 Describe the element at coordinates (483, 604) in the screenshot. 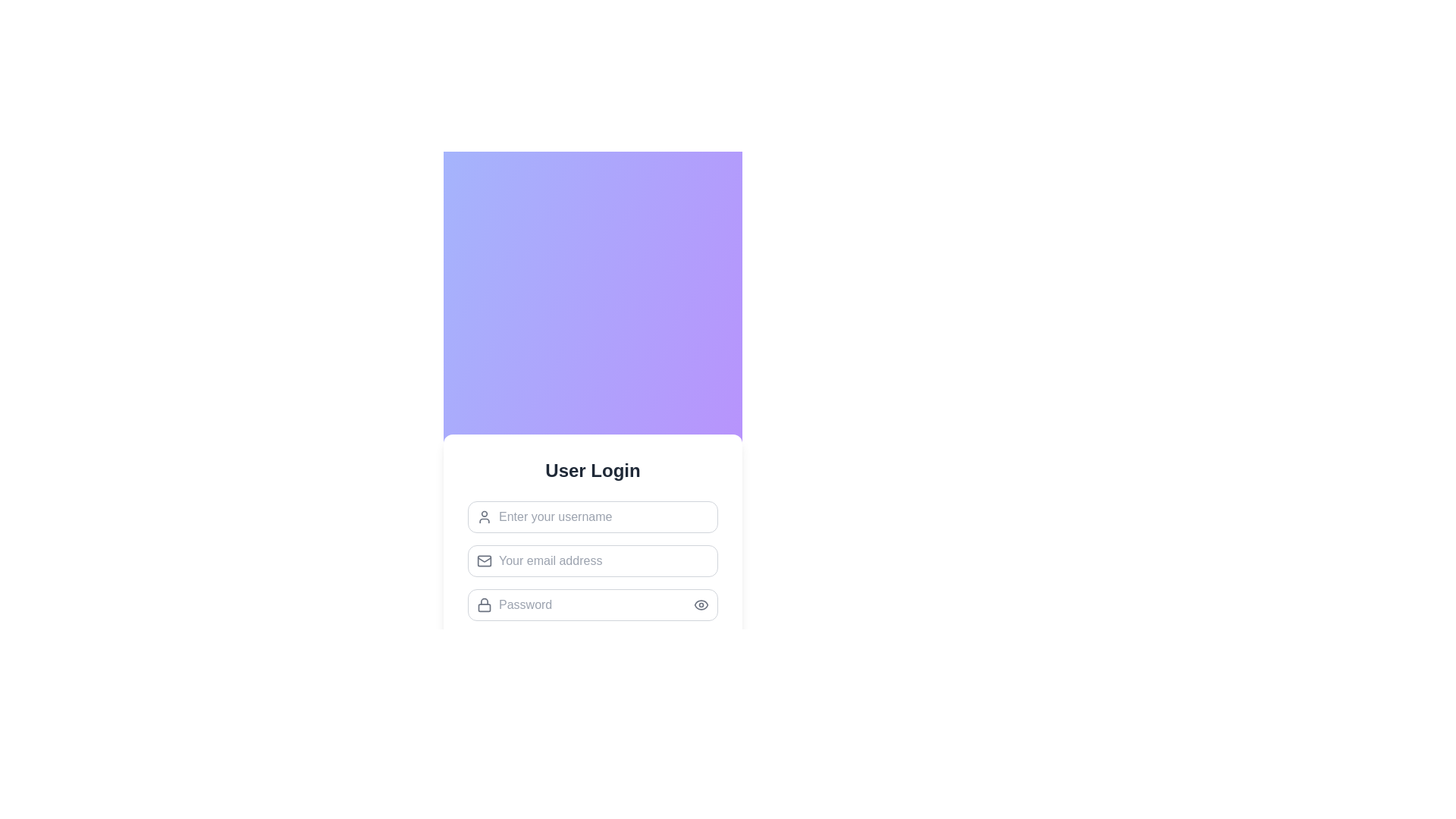

I see `the lock icon located on the left side of the password input field, which indicates a secure entry area for sensitive information` at that location.